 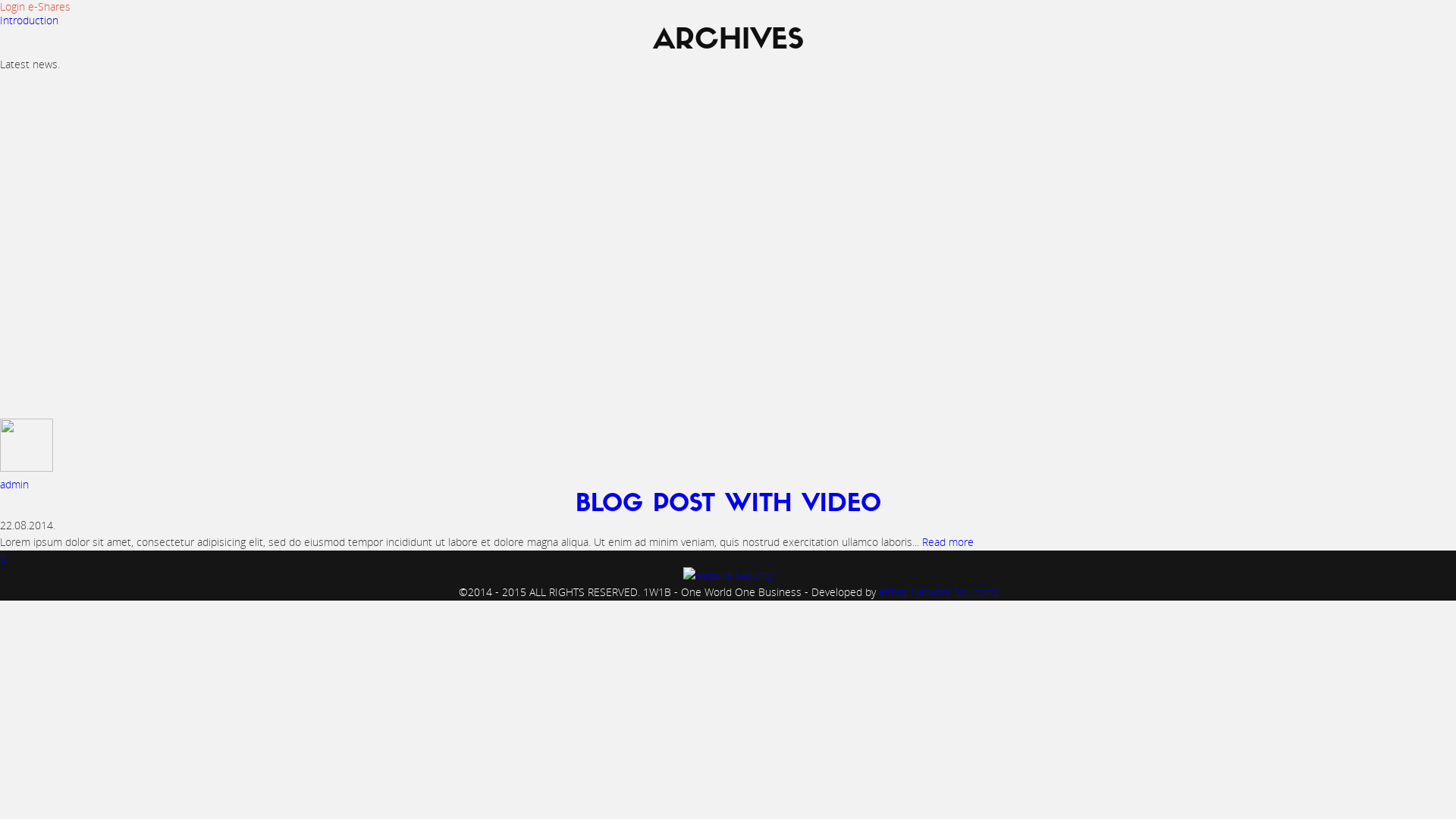 I want to click on 'admin', so click(x=14, y=484).